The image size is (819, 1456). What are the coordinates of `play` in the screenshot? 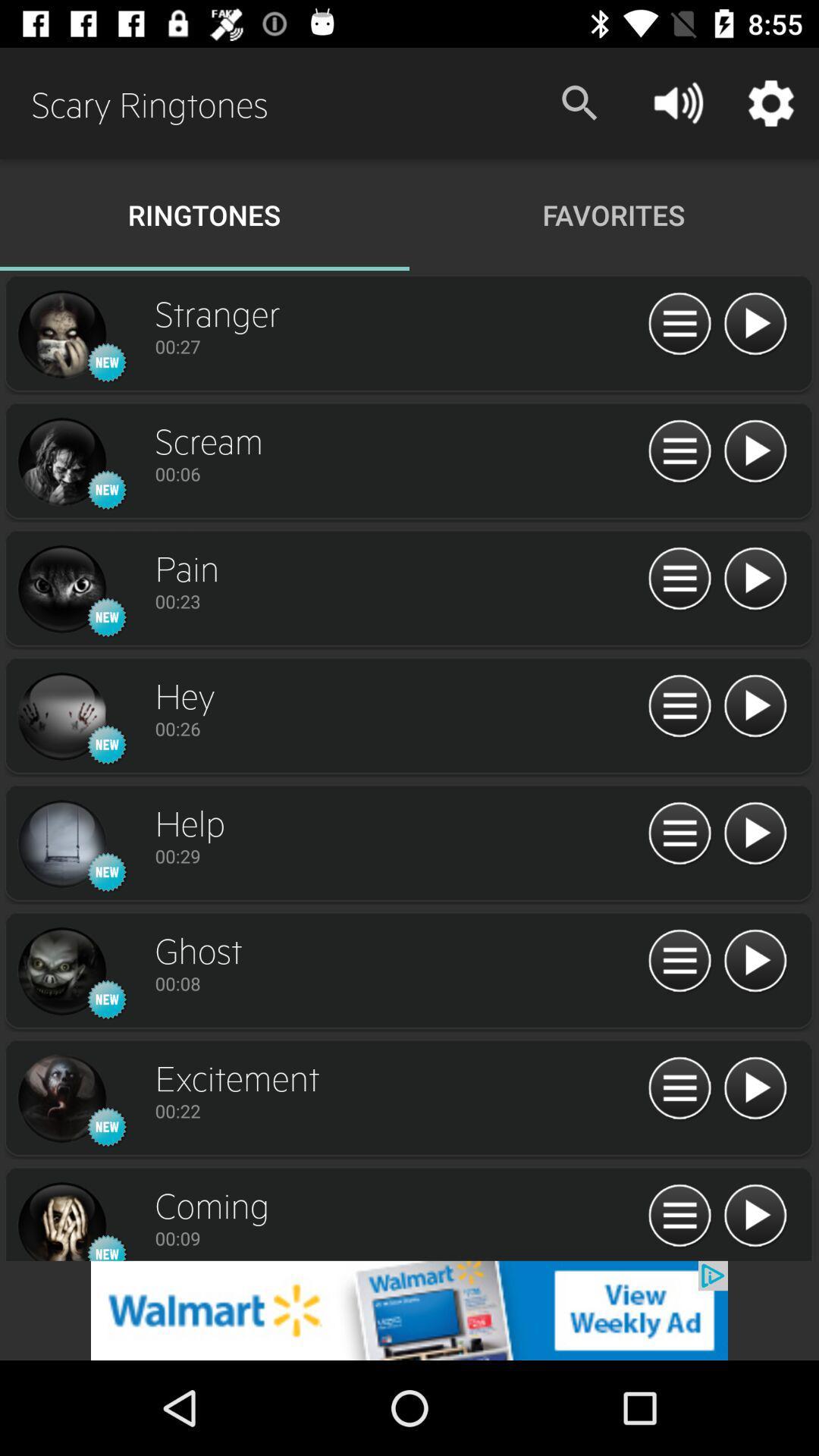 It's located at (755, 961).